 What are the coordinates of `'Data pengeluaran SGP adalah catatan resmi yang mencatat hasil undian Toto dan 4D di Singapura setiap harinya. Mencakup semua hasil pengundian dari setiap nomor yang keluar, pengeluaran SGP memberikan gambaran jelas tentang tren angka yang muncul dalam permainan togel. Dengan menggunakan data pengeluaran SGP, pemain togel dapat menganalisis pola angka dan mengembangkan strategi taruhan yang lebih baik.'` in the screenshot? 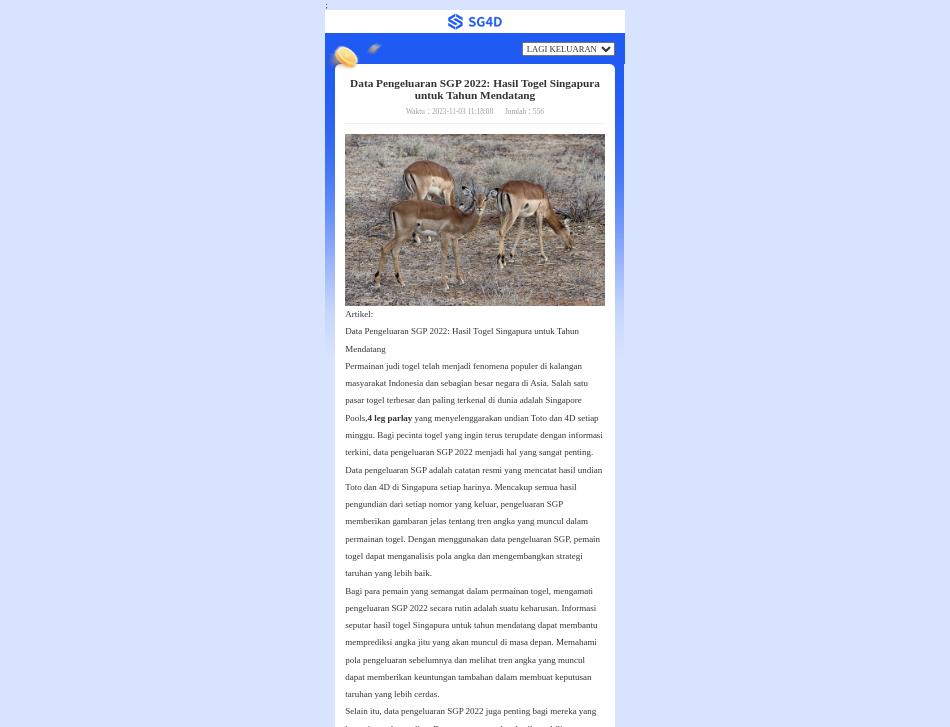 It's located at (472, 519).